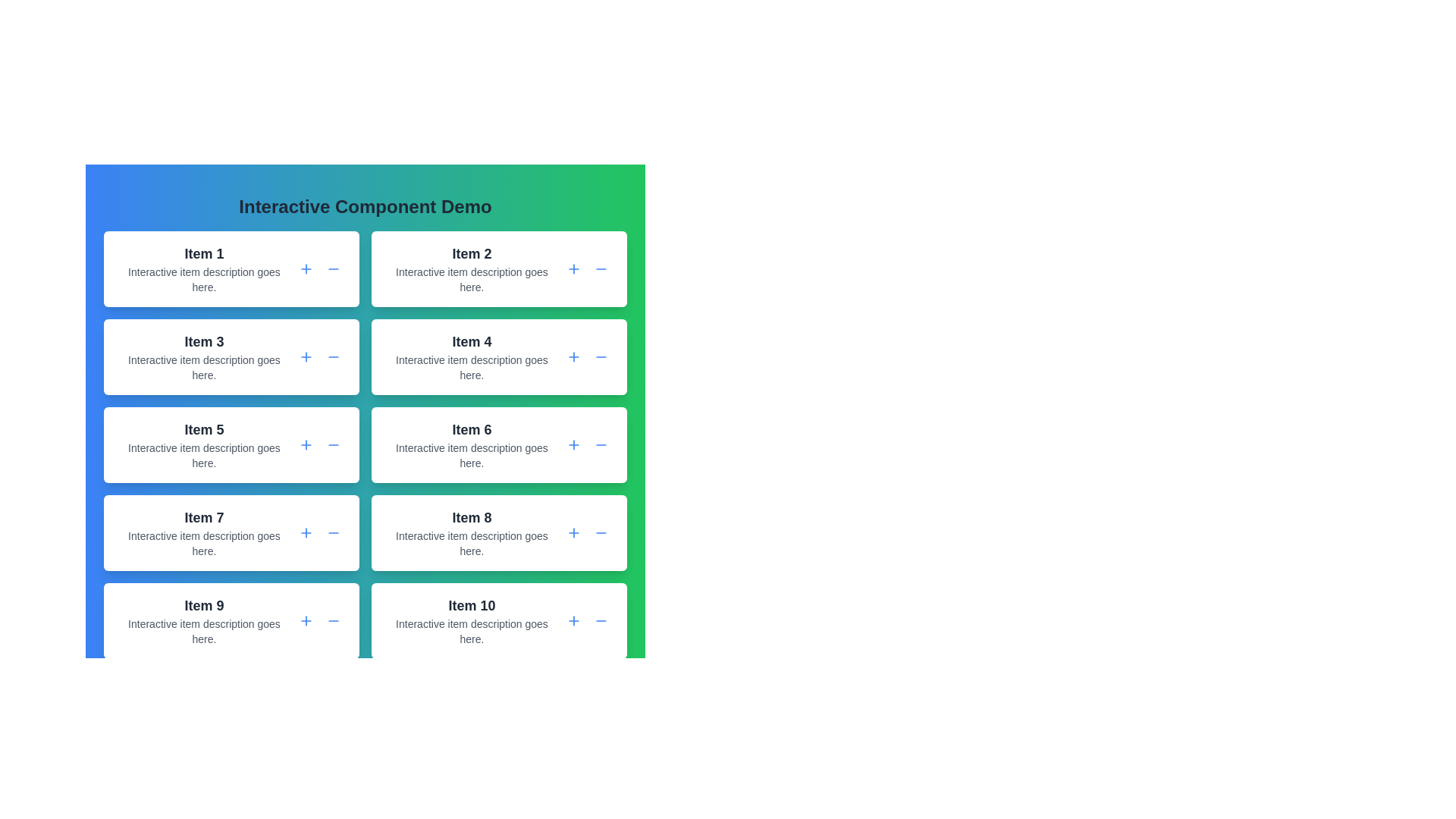 The height and width of the screenshot is (819, 1456). Describe the element at coordinates (203, 444) in the screenshot. I see `the textual display component that shows the title 'Item 5' and subtitle 'Interactive item description goes here.' located in the fifth row of the grid layout` at that location.